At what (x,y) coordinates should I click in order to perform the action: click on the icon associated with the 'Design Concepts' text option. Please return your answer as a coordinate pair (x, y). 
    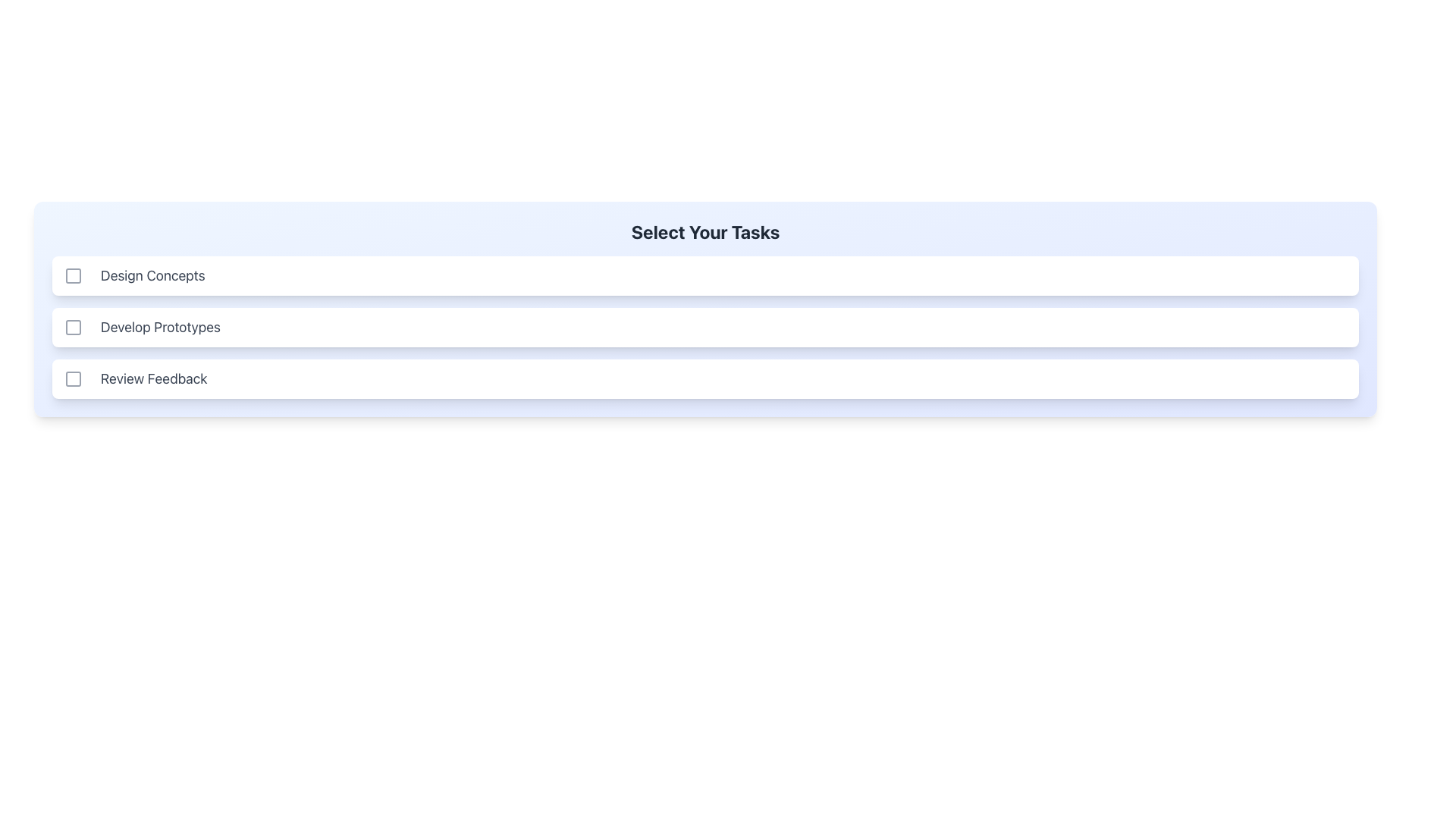
    Looking at the image, I should click on (72, 275).